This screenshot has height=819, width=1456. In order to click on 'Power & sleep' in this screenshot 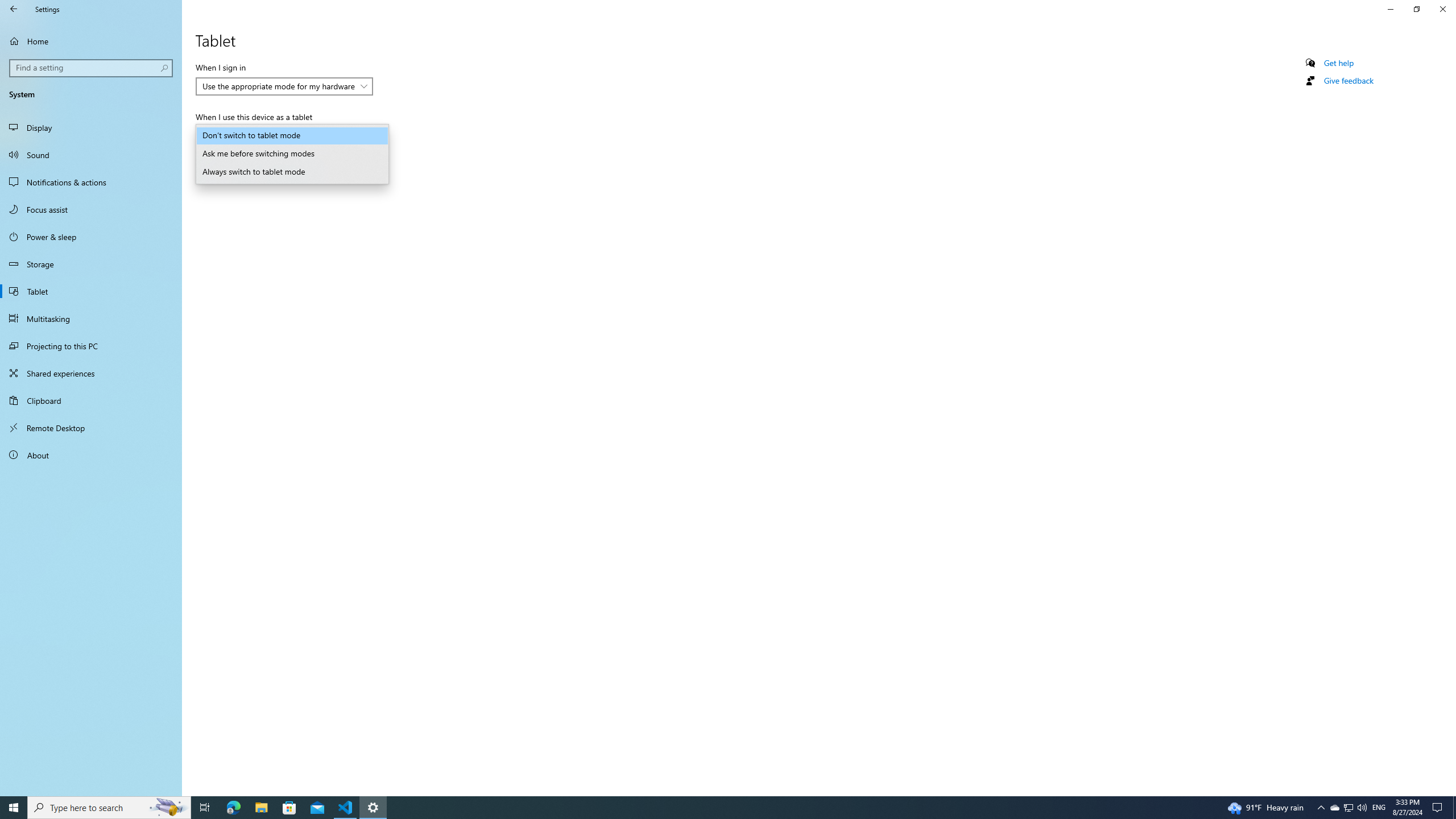, I will do `click(90, 236)`.